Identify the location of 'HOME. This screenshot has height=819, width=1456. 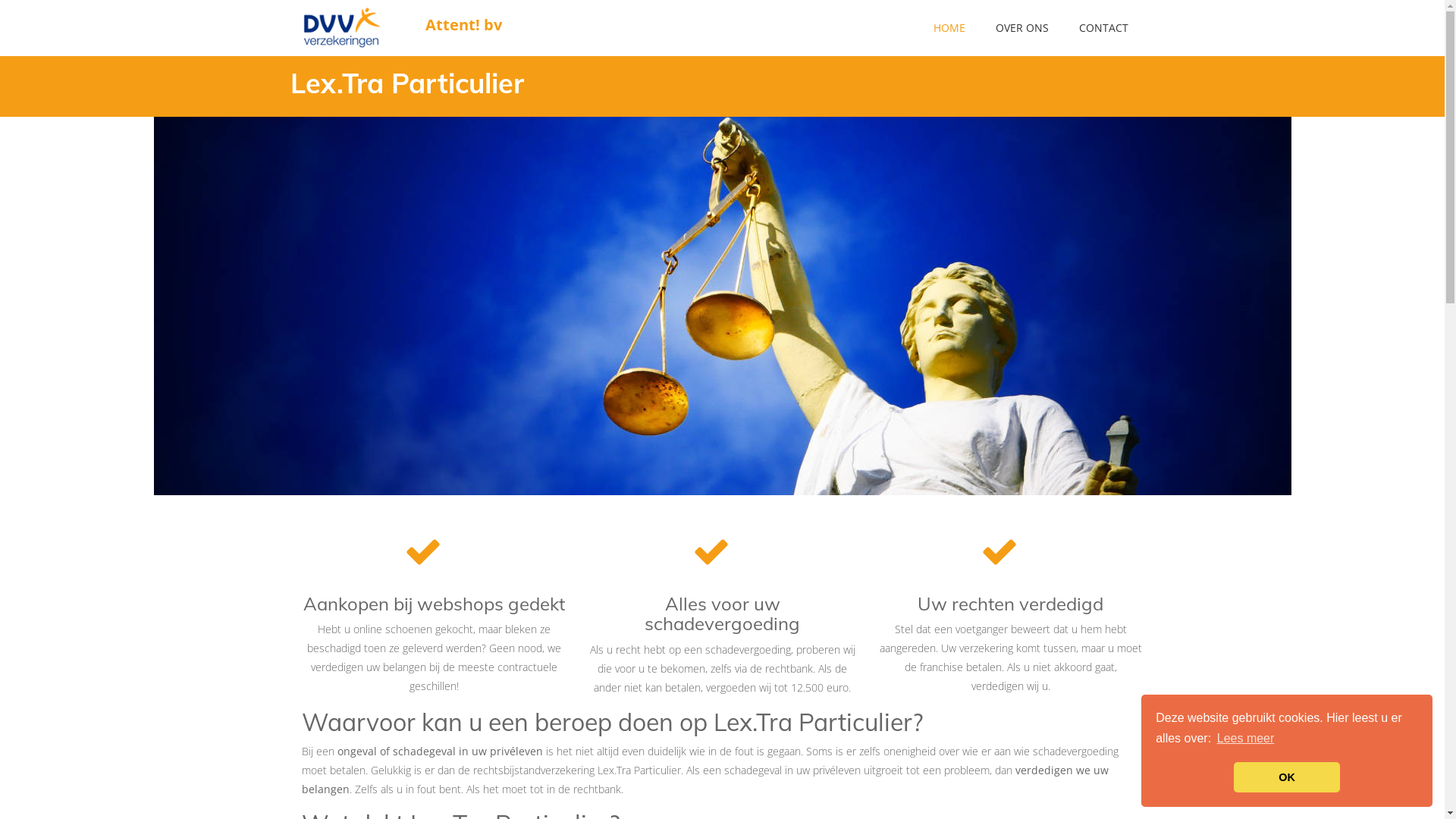
(948, 28).